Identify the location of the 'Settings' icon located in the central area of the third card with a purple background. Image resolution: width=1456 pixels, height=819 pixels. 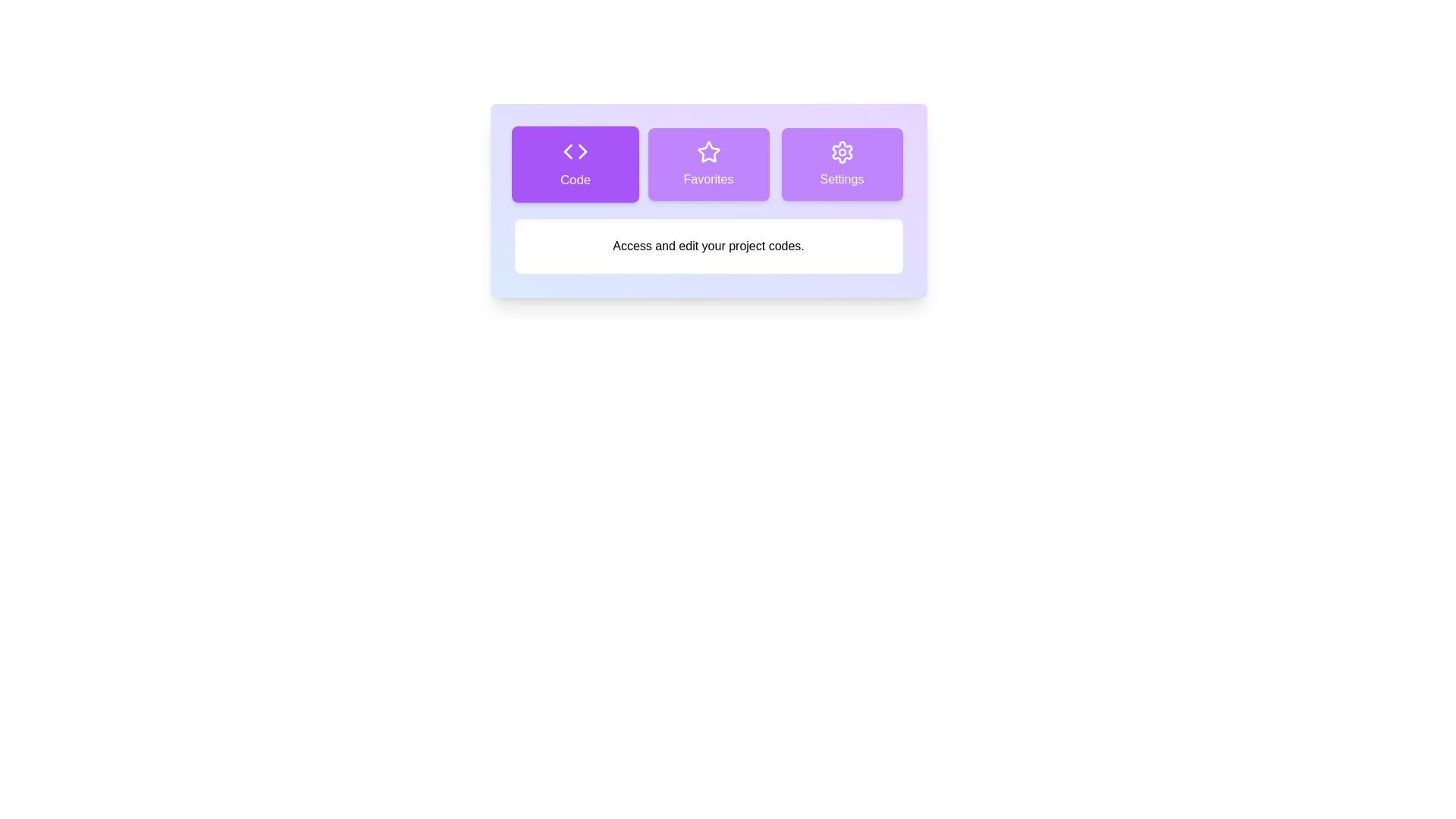
(841, 152).